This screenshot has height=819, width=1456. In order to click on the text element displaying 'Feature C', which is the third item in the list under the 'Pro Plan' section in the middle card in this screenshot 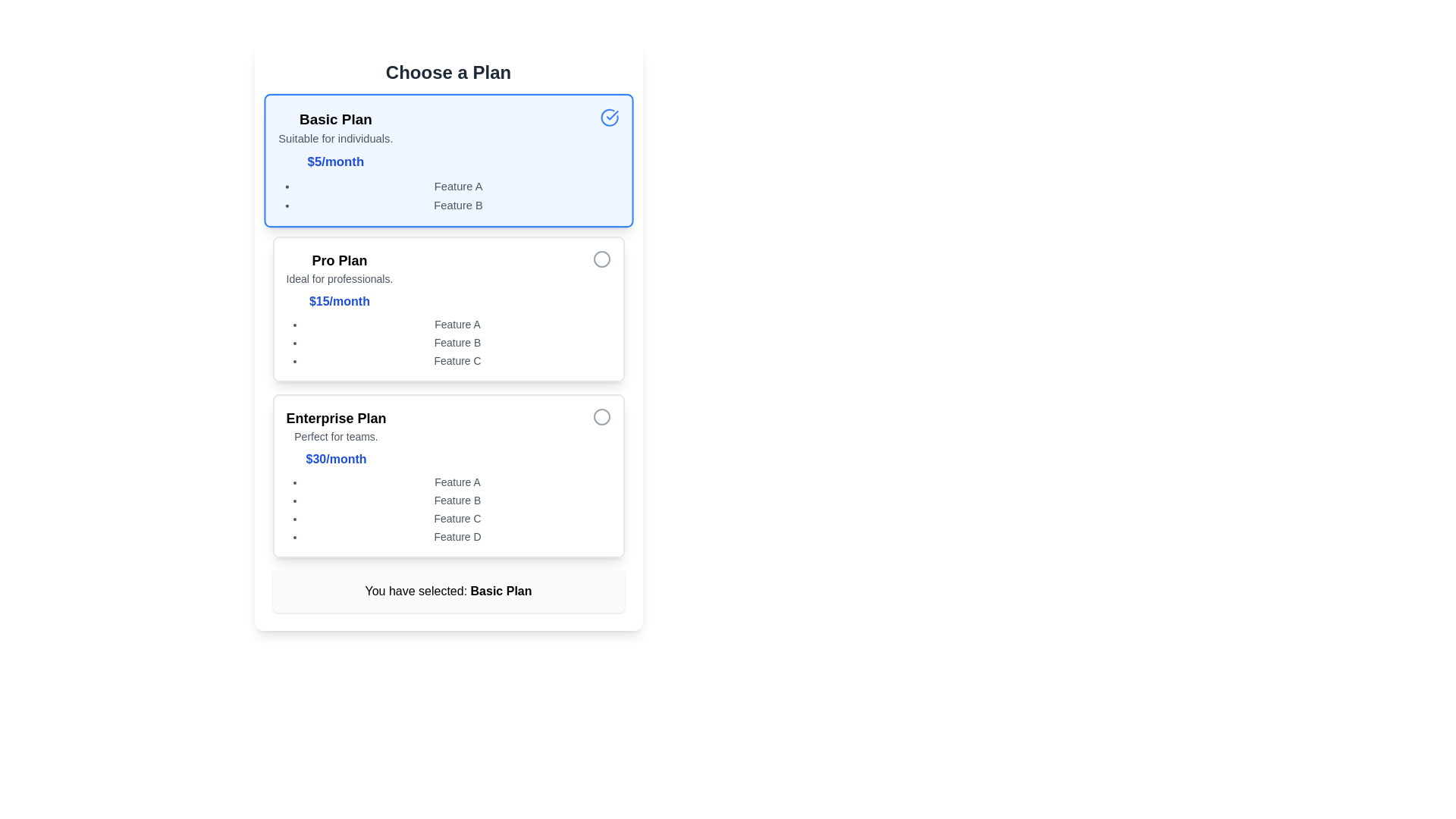, I will do `click(457, 360)`.